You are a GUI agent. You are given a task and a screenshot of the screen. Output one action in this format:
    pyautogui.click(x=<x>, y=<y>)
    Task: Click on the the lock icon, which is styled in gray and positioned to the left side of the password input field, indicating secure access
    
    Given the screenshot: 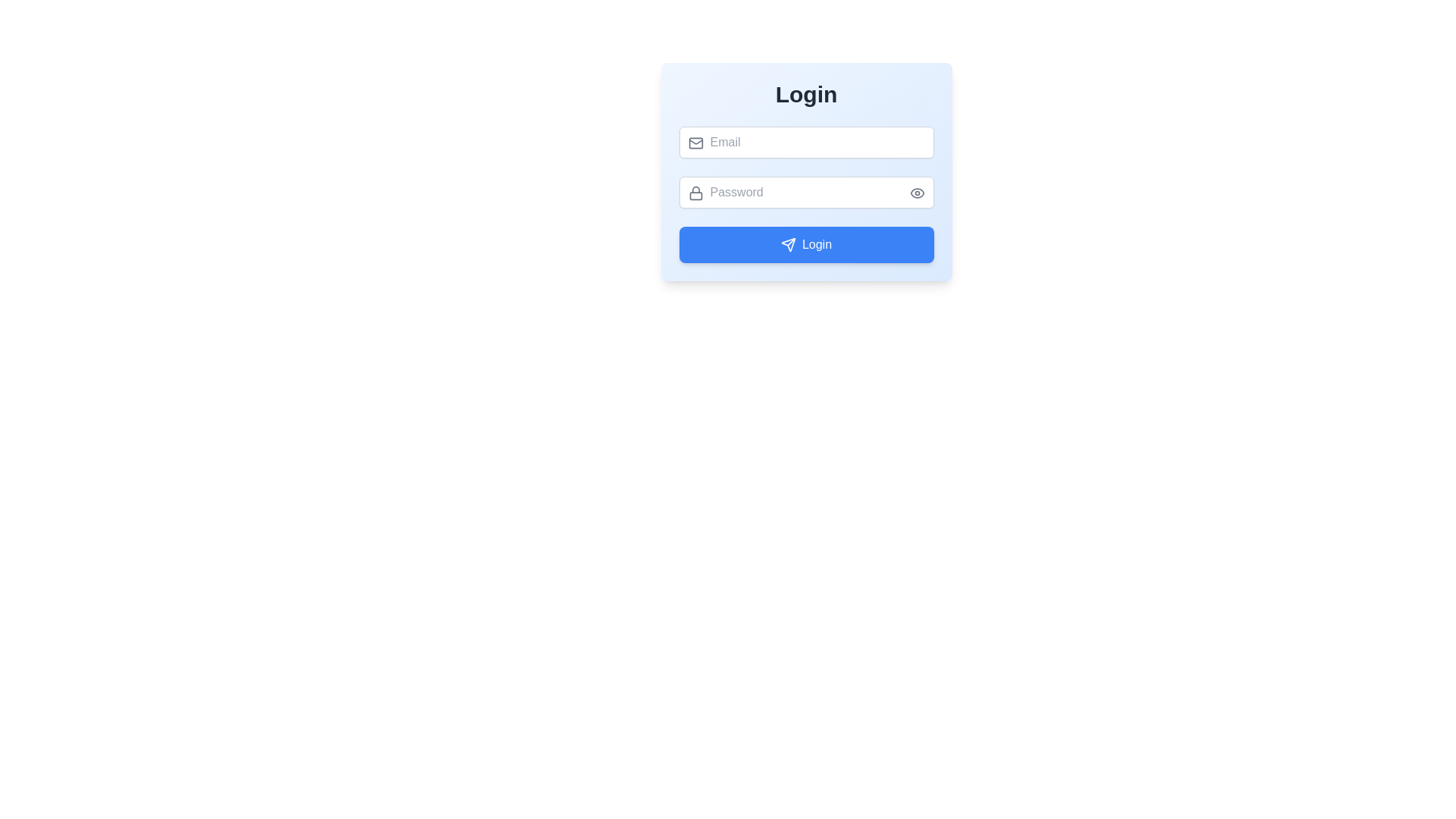 What is the action you would take?
    pyautogui.click(x=695, y=192)
    